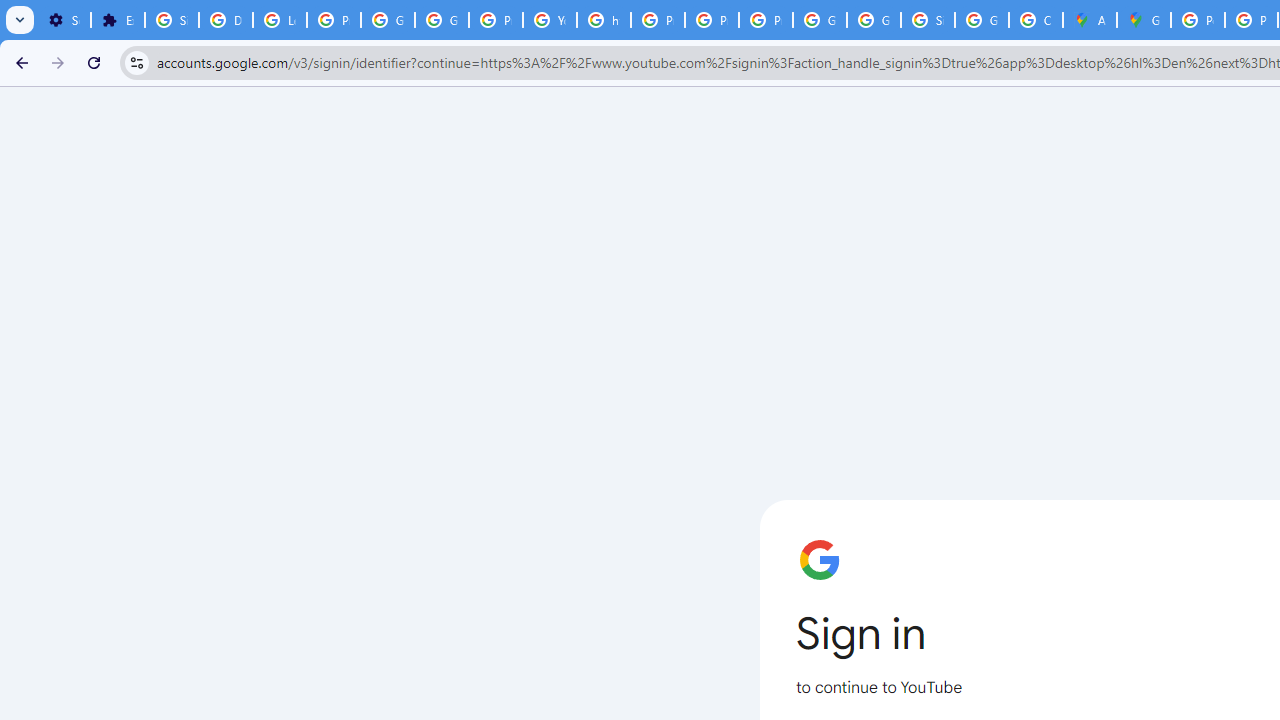 Image resolution: width=1280 pixels, height=720 pixels. I want to click on 'Sign in - Google Accounts', so click(927, 20).